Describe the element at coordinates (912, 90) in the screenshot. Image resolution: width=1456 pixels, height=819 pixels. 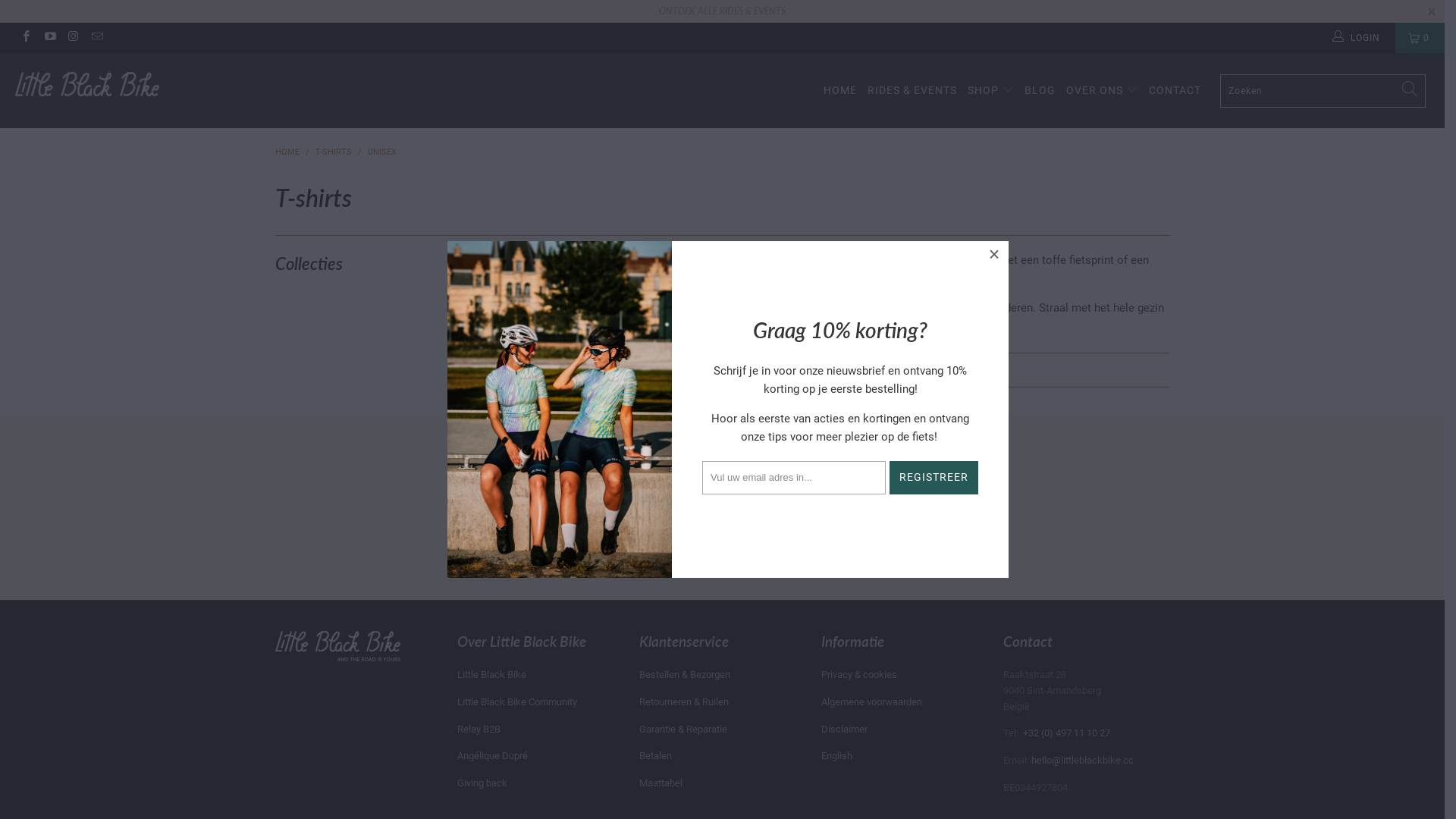
I see `'RIDES & EVENTS'` at that location.